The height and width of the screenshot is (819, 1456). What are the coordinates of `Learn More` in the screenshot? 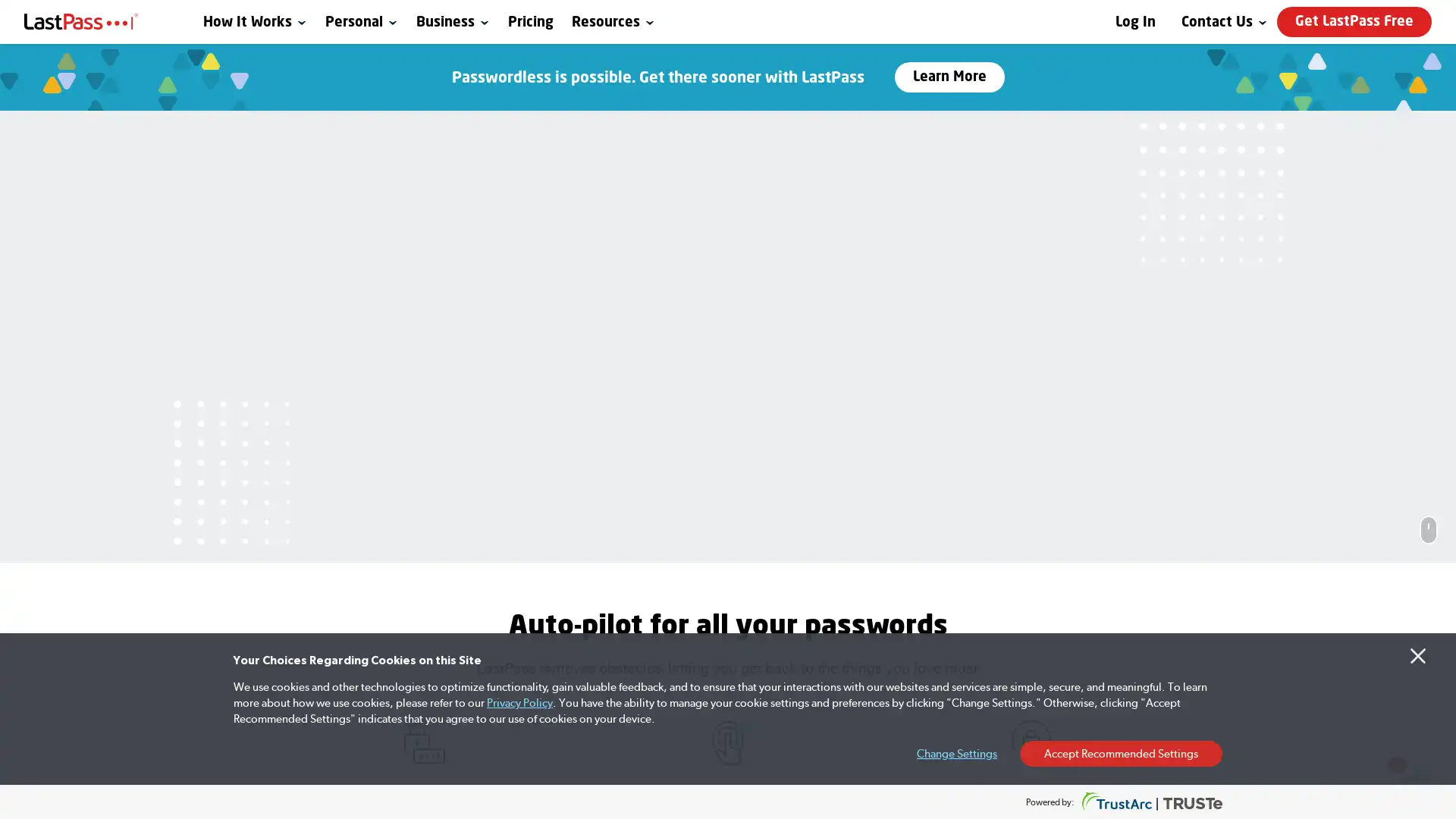 It's located at (948, 77).